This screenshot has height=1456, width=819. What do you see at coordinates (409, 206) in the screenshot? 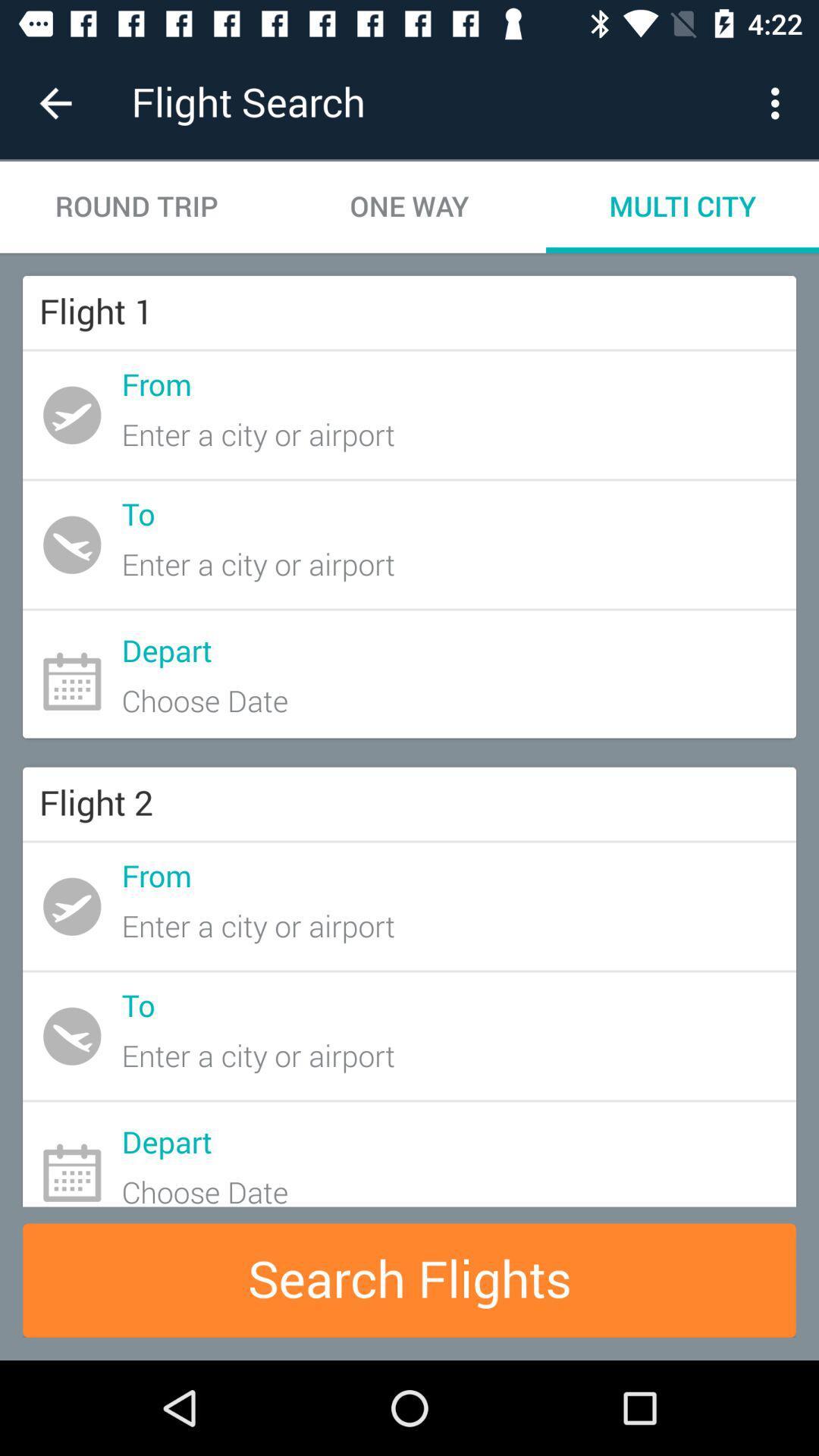
I see `icon next to the round trip item` at bounding box center [409, 206].